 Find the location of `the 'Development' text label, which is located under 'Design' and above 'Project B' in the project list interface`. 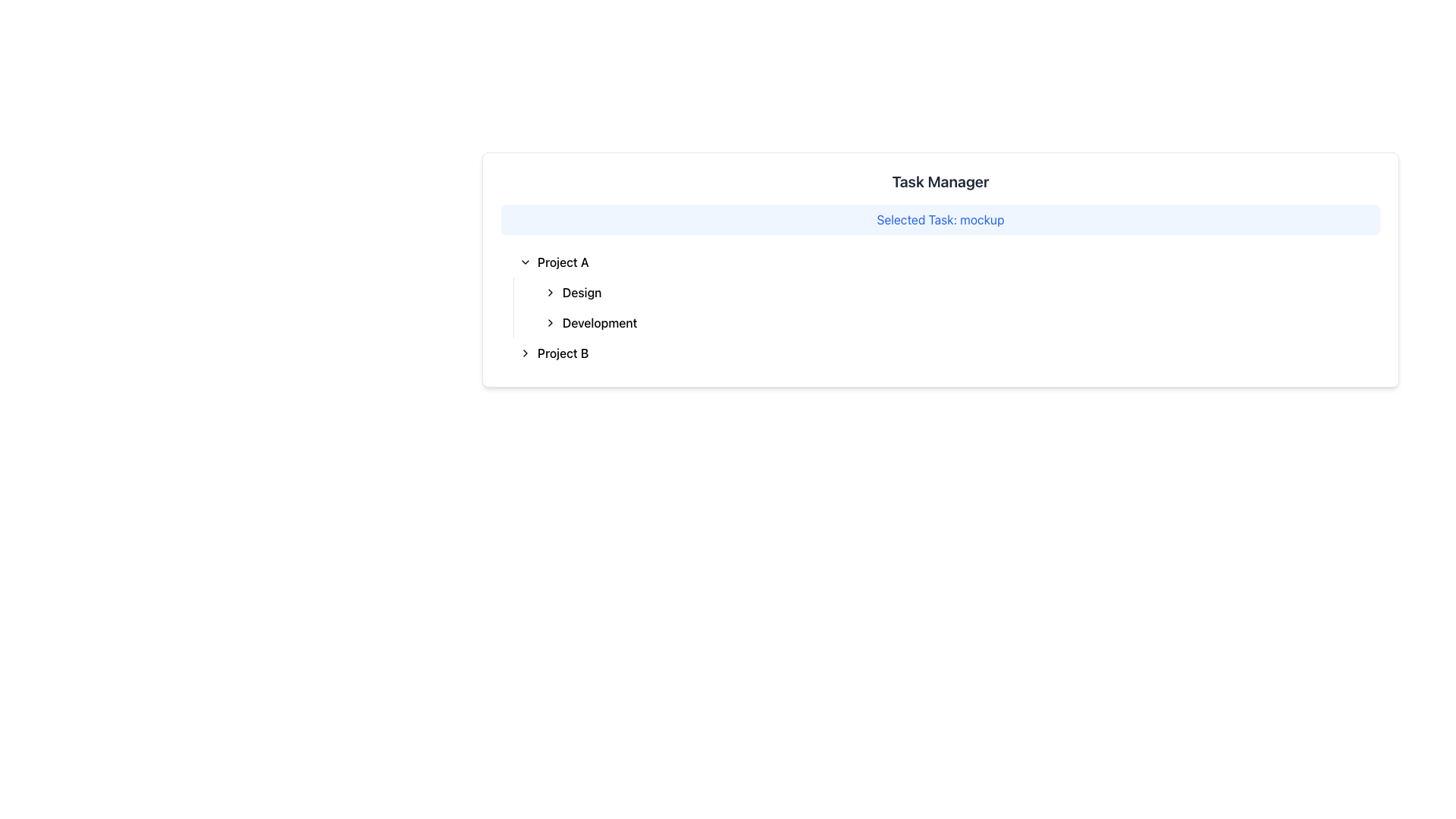

the 'Development' text label, which is located under 'Design' and above 'Project B' in the project list interface is located at coordinates (599, 322).